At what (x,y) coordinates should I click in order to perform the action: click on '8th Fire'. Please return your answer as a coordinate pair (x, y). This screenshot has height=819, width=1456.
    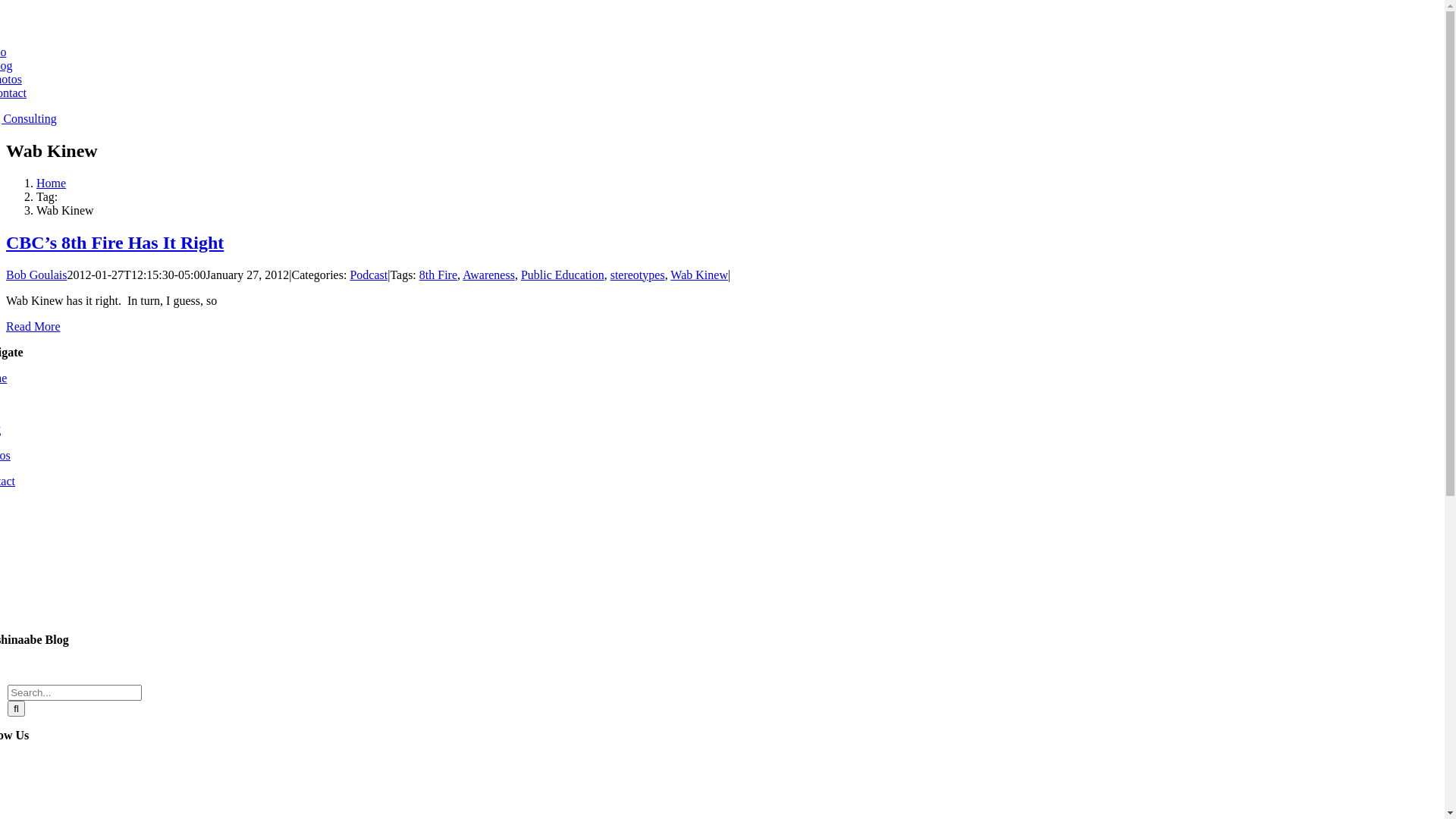
    Looking at the image, I should click on (437, 275).